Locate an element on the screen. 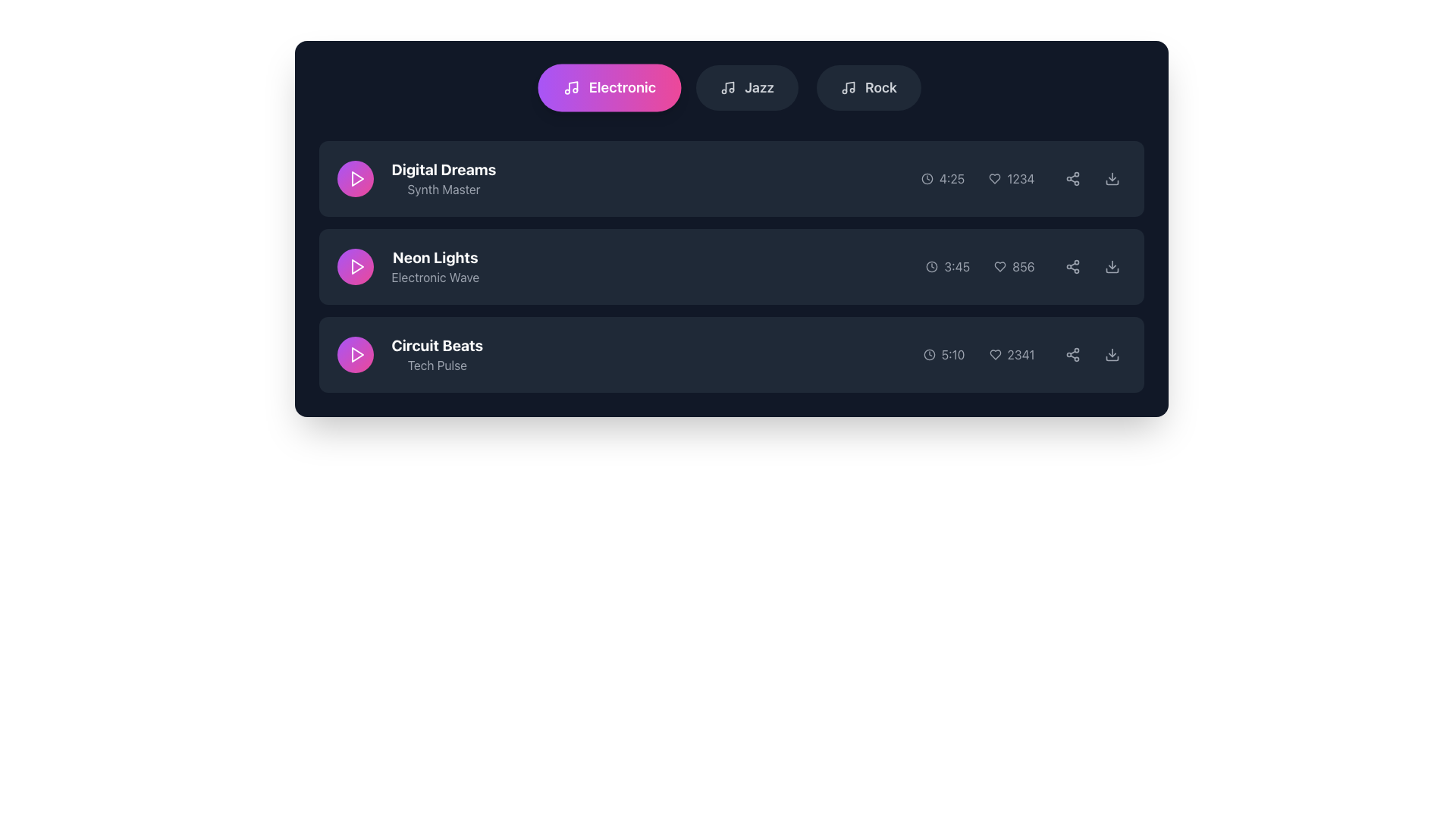 Image resolution: width=1456 pixels, height=819 pixels. the static text label displaying the number '2341', which is located next to a heart-shaped icon in the music track information row for 'Circuit Beats' is located at coordinates (1021, 354).